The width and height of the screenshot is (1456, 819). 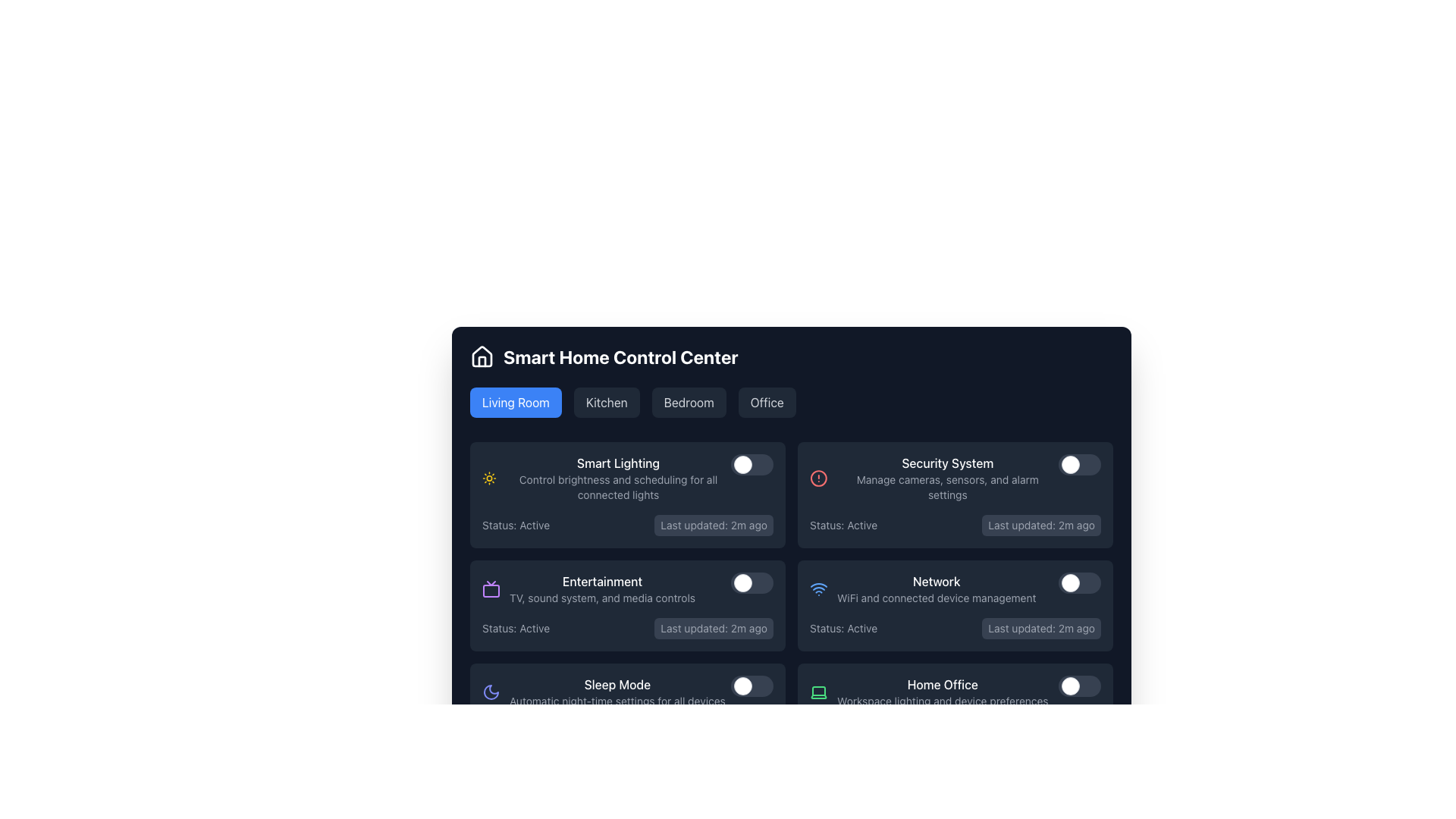 I want to click on the Informational text block for the 'Smart Lighting' control module, located in the upper-left portion of the grid layout, providing details about managing brightness and scheduling for connected lights, so click(x=618, y=479).